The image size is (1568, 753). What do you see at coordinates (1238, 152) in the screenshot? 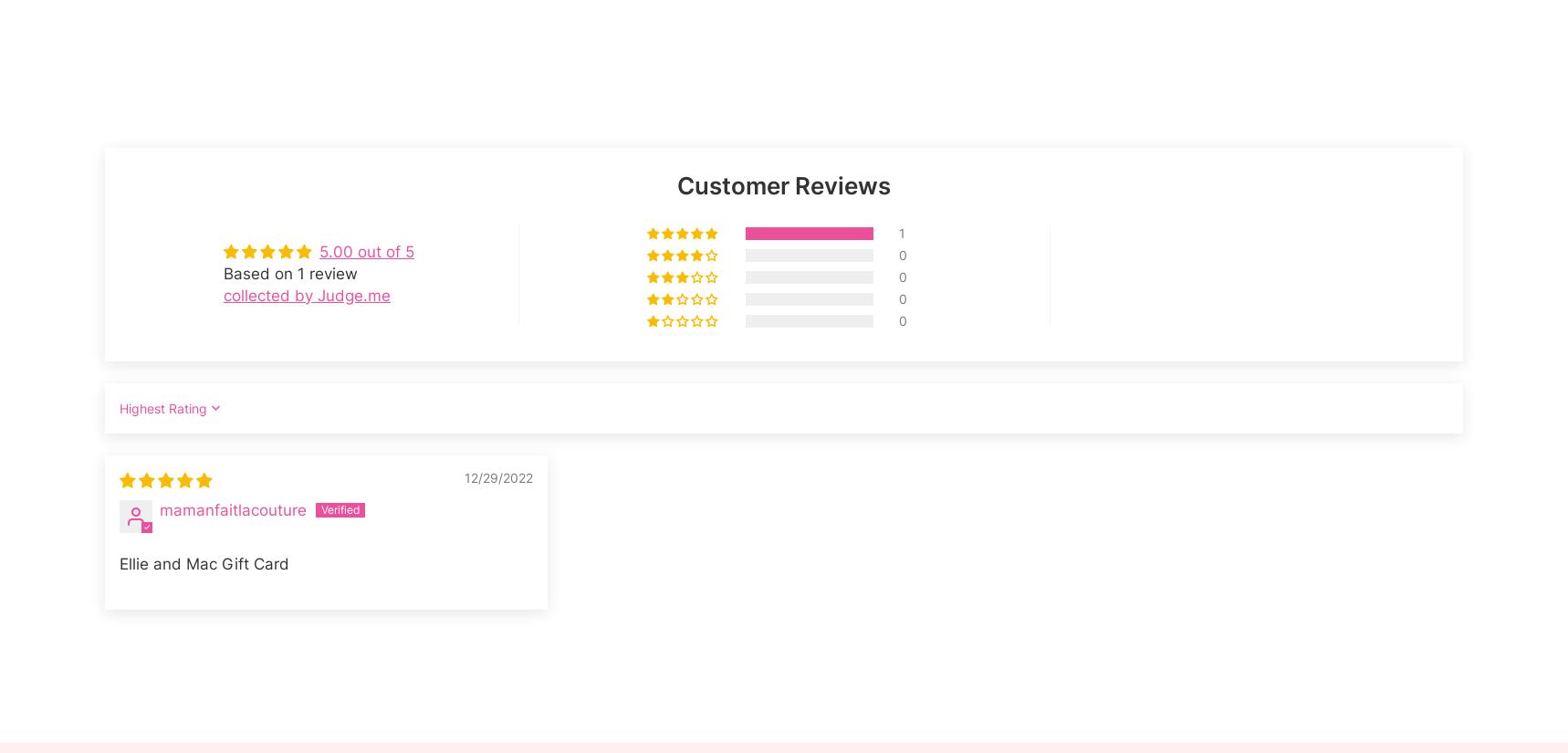
I see `'Your e-mail'` at bounding box center [1238, 152].